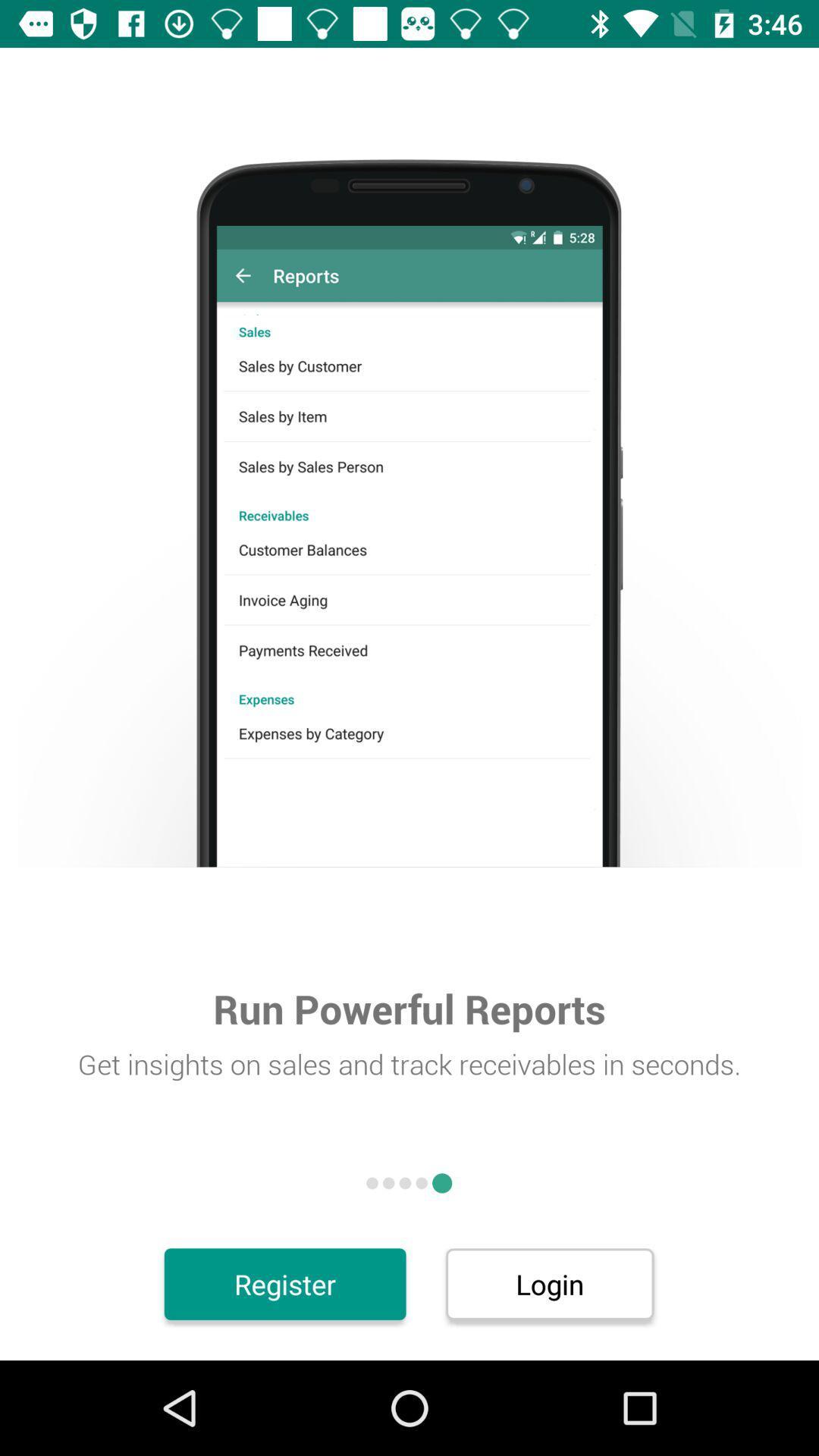  Describe the element at coordinates (550, 1283) in the screenshot. I see `the login item` at that location.